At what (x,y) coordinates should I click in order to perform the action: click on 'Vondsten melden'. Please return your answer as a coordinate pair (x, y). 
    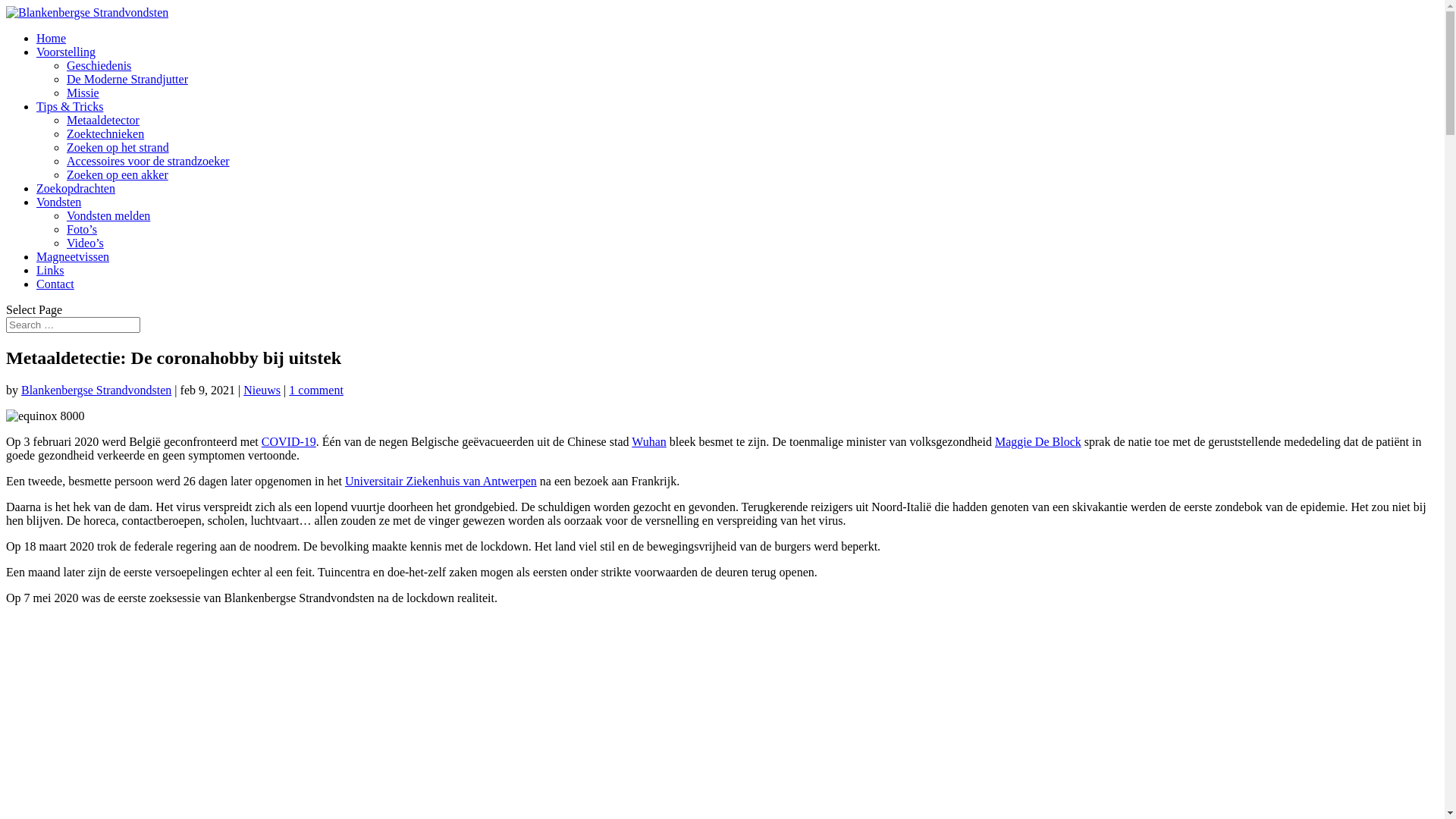
    Looking at the image, I should click on (65, 215).